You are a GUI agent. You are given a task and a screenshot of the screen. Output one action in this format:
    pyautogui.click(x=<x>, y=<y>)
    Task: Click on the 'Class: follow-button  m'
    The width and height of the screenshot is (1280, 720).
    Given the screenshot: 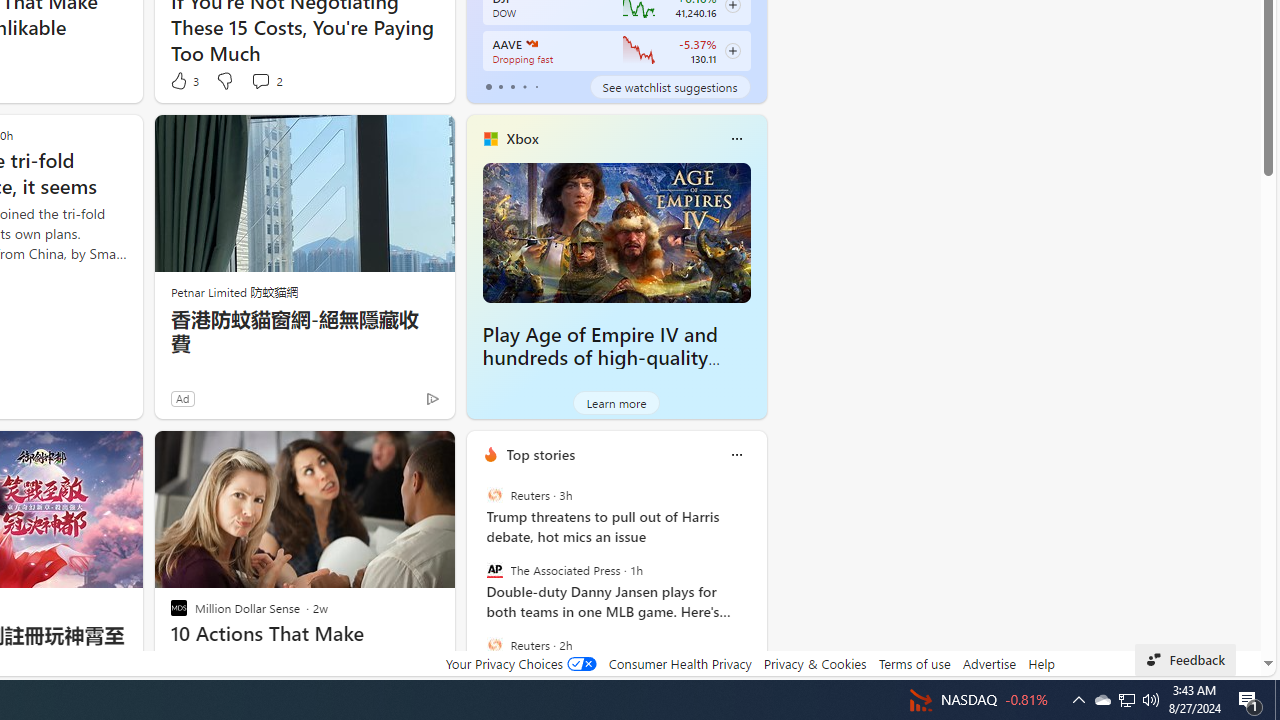 What is the action you would take?
    pyautogui.click(x=731, y=50)
    